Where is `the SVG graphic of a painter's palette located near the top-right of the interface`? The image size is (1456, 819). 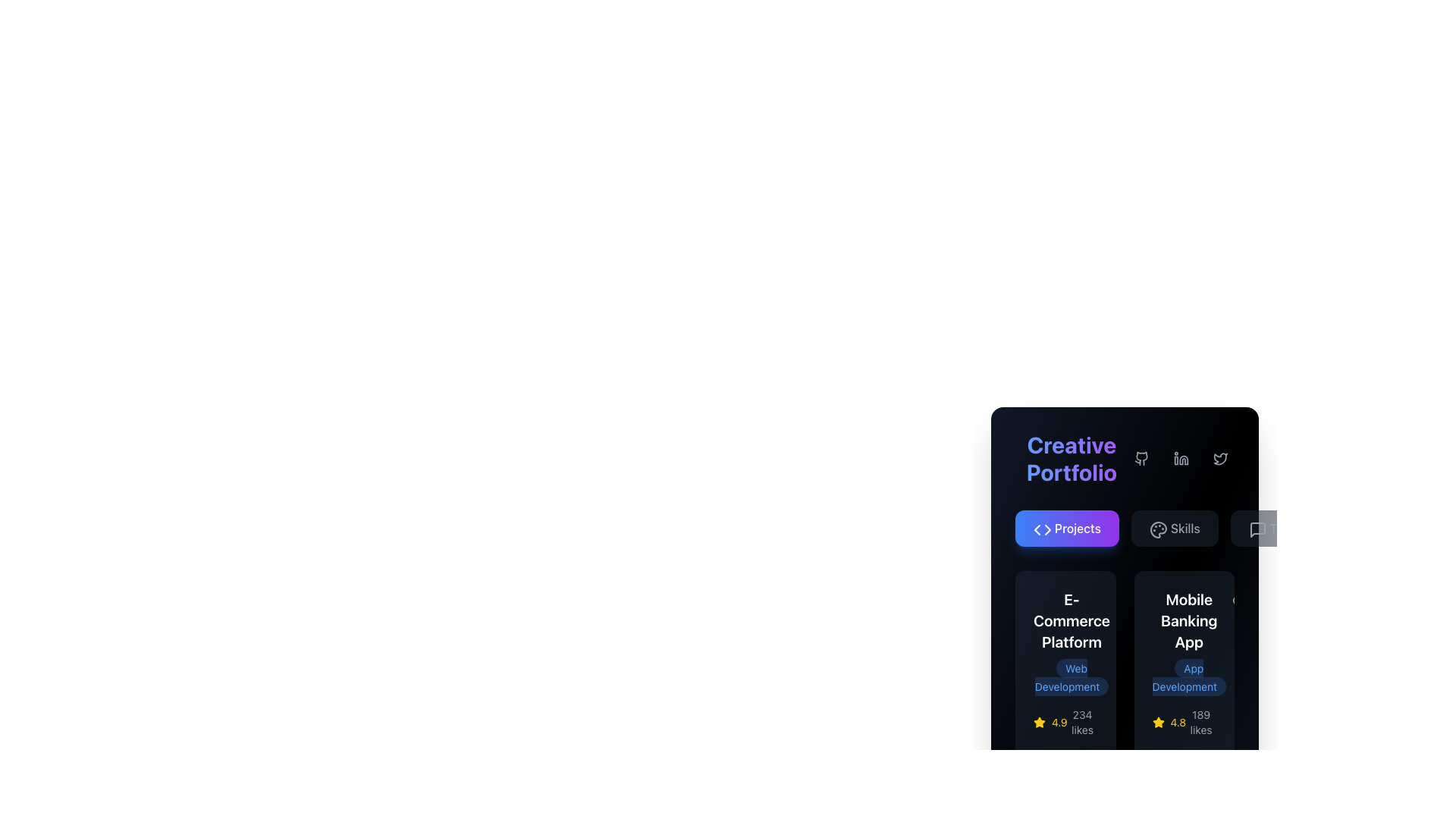
the SVG graphic of a painter's palette located near the top-right of the interface is located at coordinates (1157, 529).